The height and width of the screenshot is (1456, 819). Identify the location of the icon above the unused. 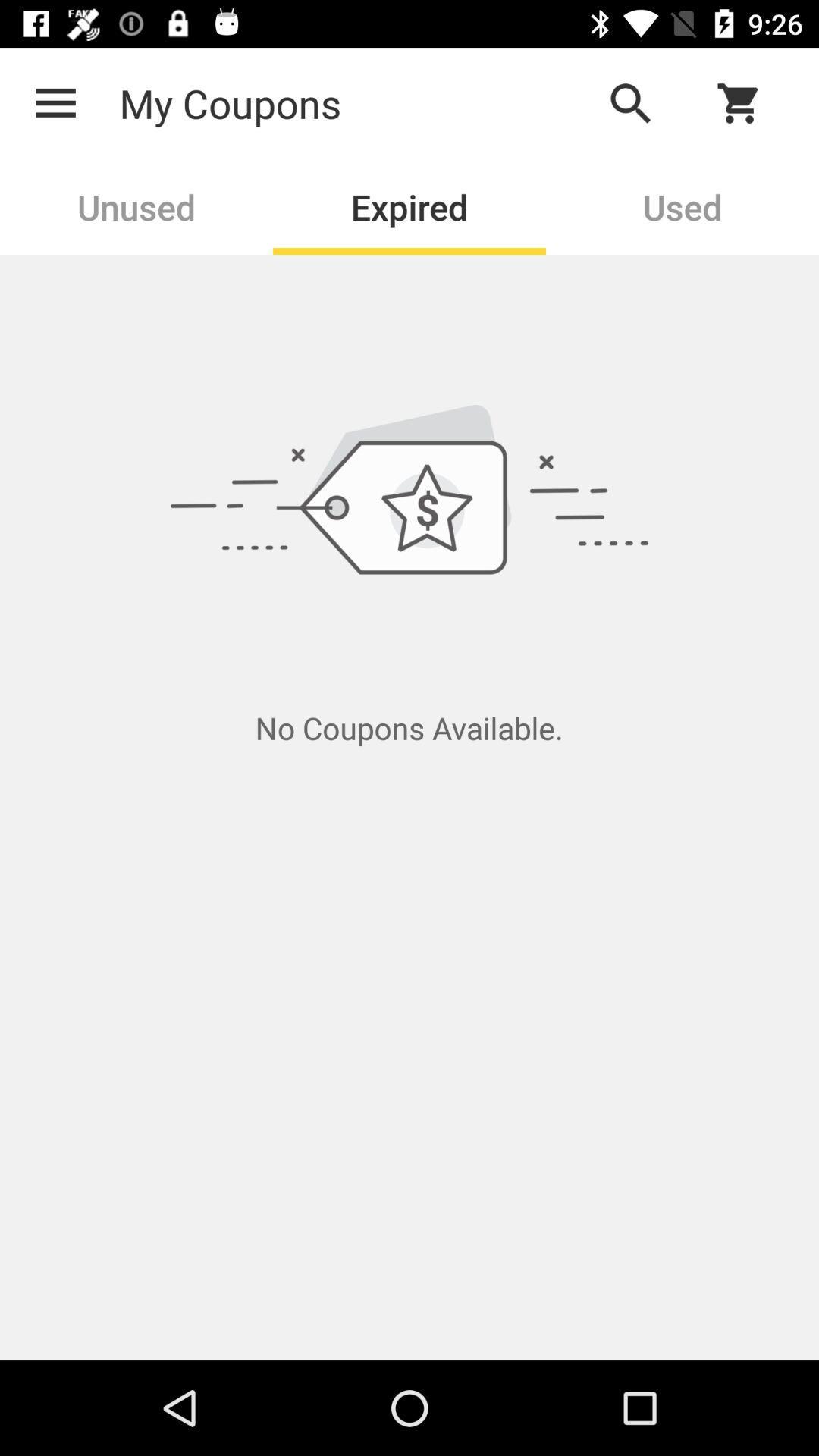
(55, 102).